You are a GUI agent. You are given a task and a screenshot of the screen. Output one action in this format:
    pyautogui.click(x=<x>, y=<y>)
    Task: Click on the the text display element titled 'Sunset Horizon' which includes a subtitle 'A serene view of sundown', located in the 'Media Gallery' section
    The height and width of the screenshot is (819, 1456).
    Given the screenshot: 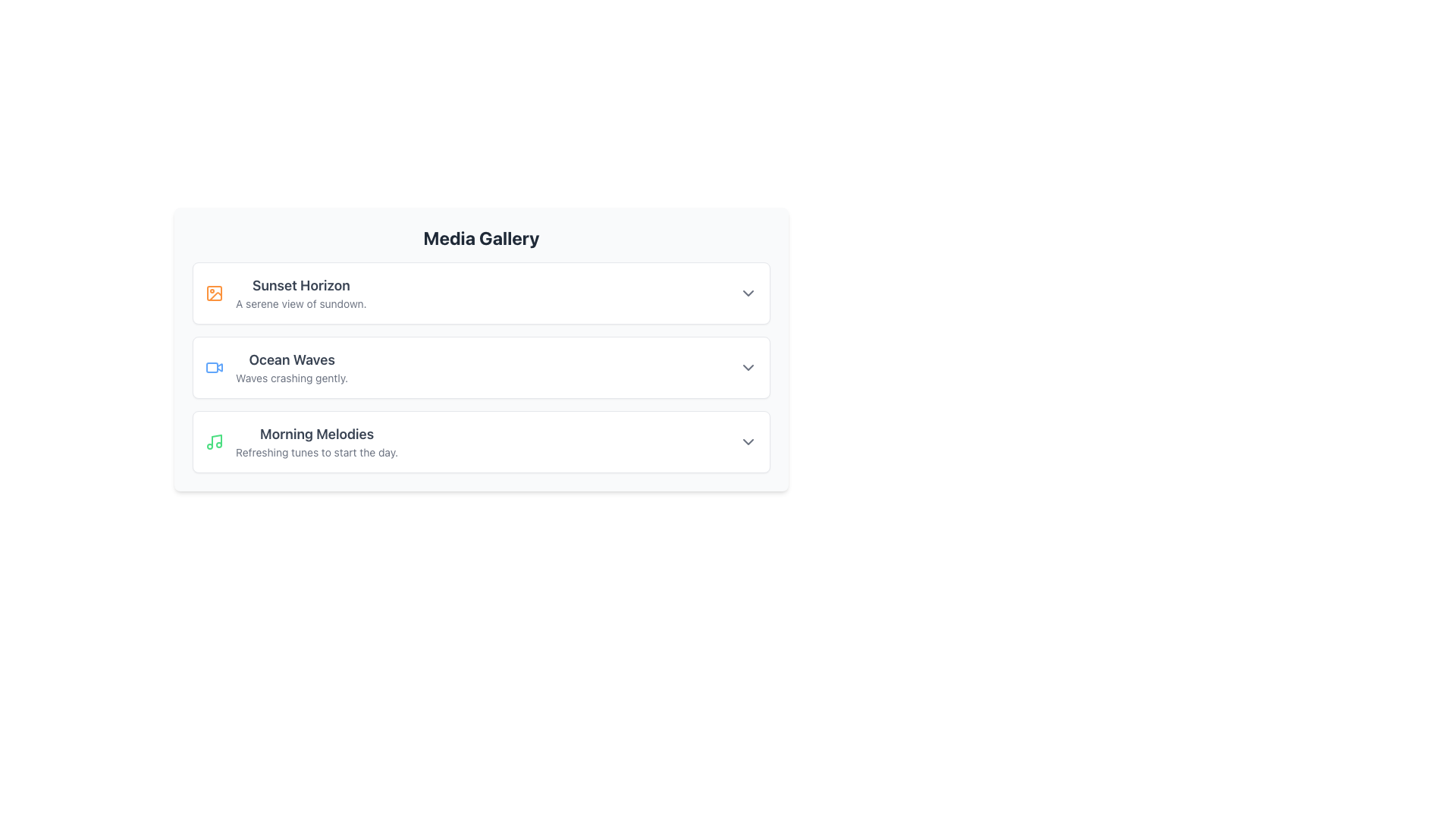 What is the action you would take?
    pyautogui.click(x=301, y=293)
    